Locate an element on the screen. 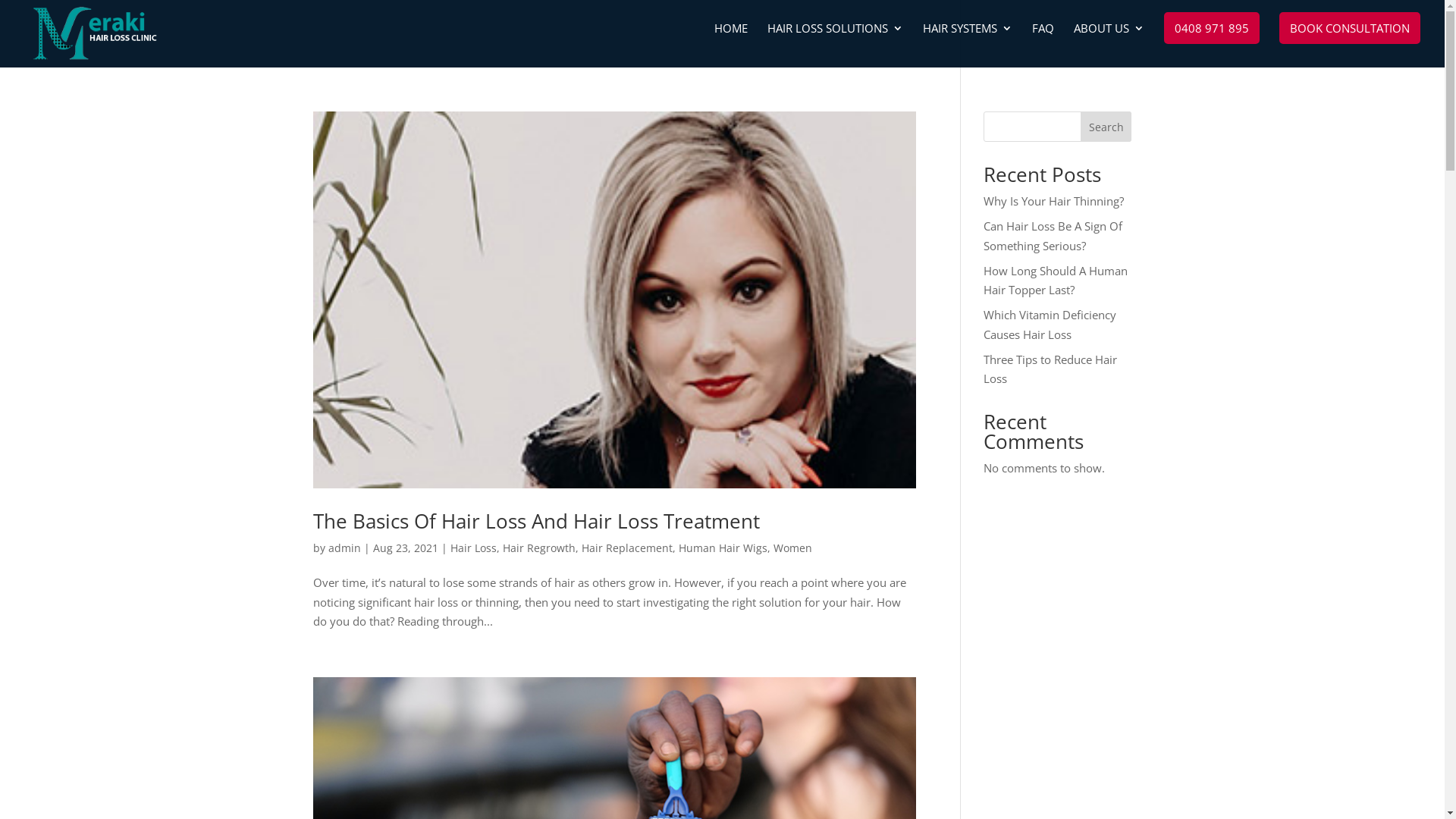 This screenshot has height=819, width=1456. 'ABOUT US' is located at coordinates (1109, 44).